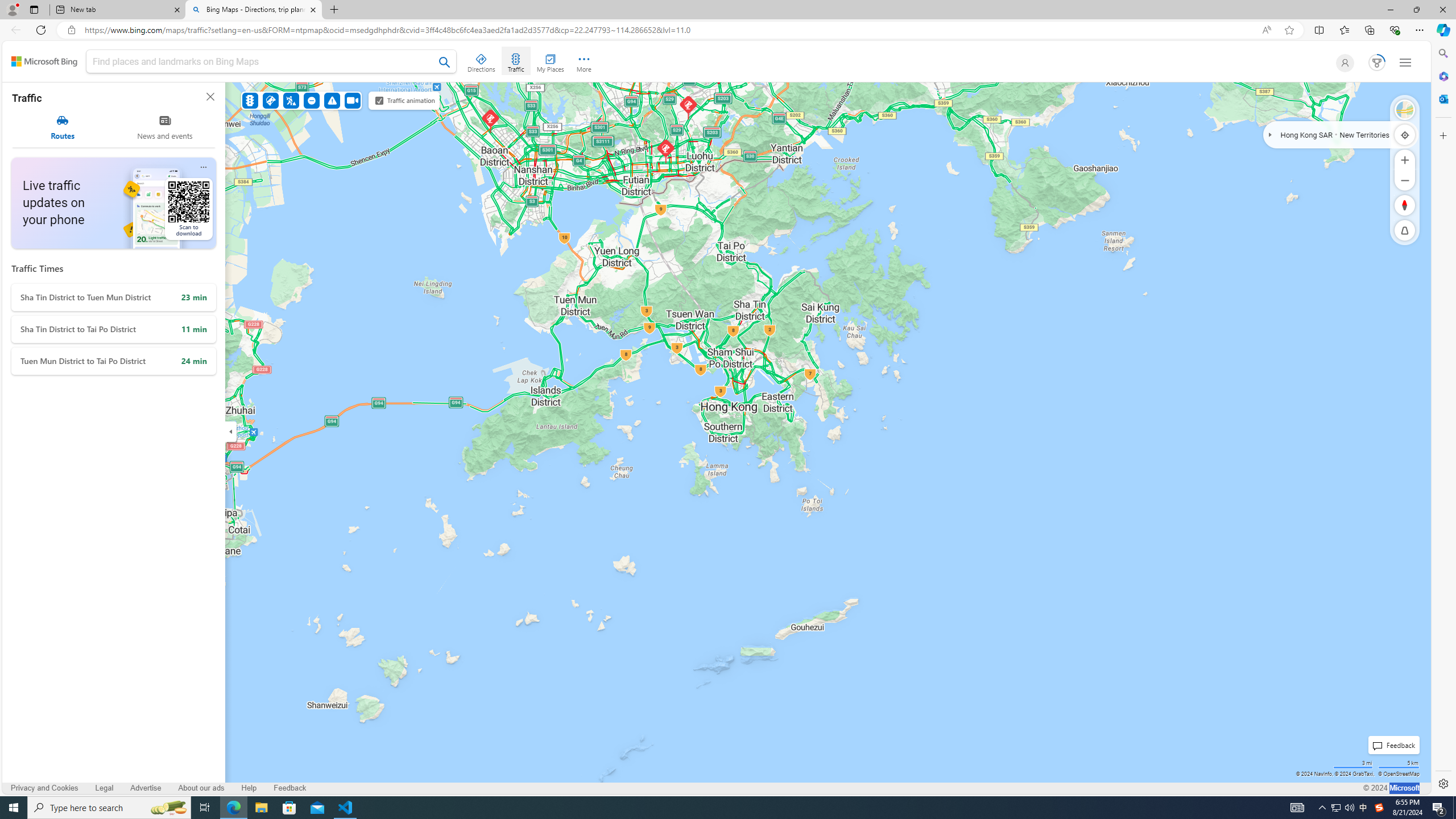  What do you see at coordinates (113, 361) in the screenshot?
I see `'Tuen Mun District to Tai Po District'` at bounding box center [113, 361].